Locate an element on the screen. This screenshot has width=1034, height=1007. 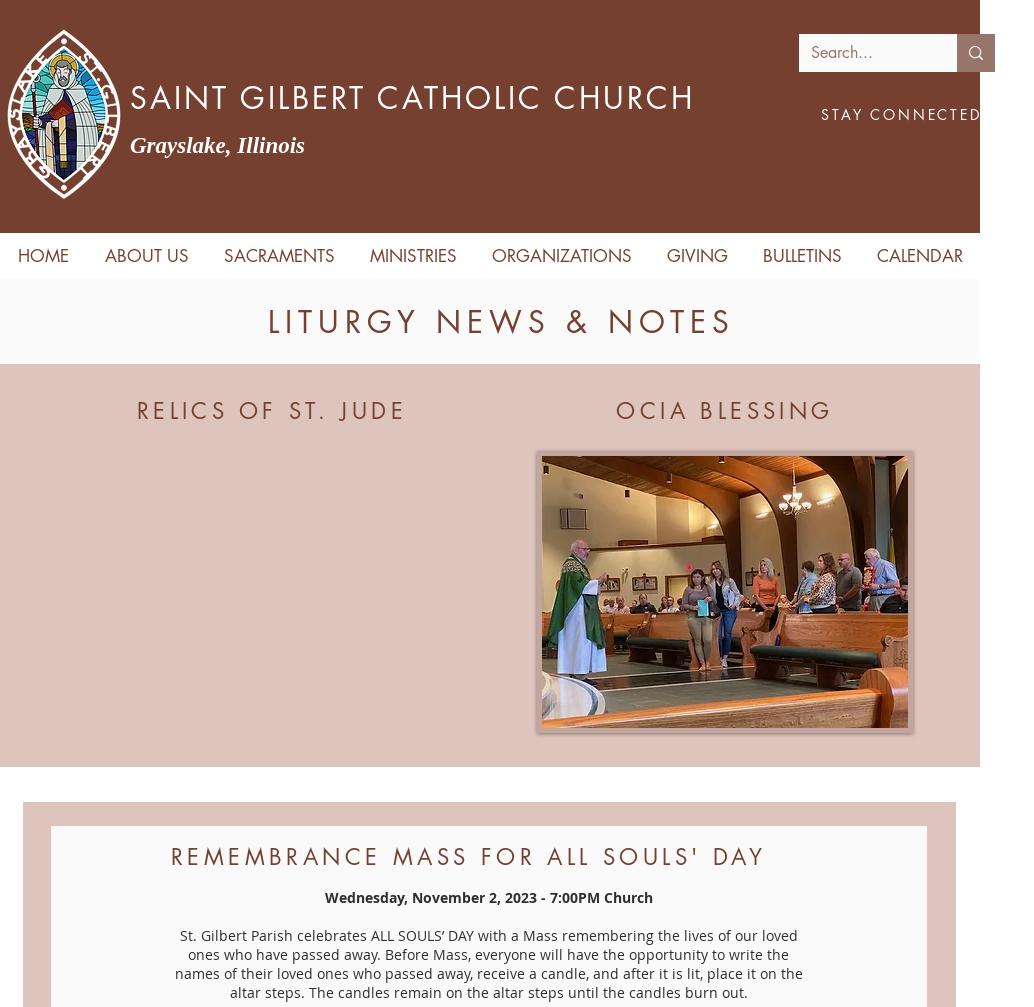
'LITURGY NEWS & NOTES' is located at coordinates (500, 322).